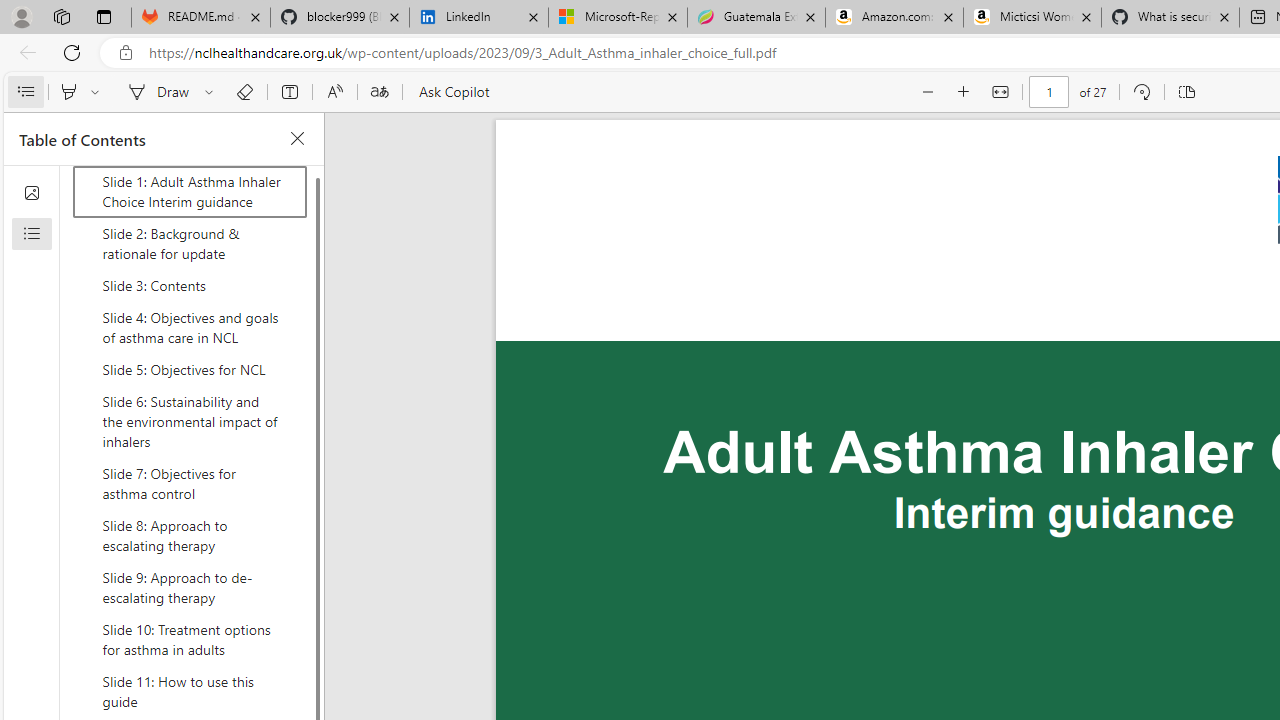 The height and width of the screenshot is (720, 1280). Describe the element at coordinates (452, 92) in the screenshot. I see `'Ask Copilot'` at that location.